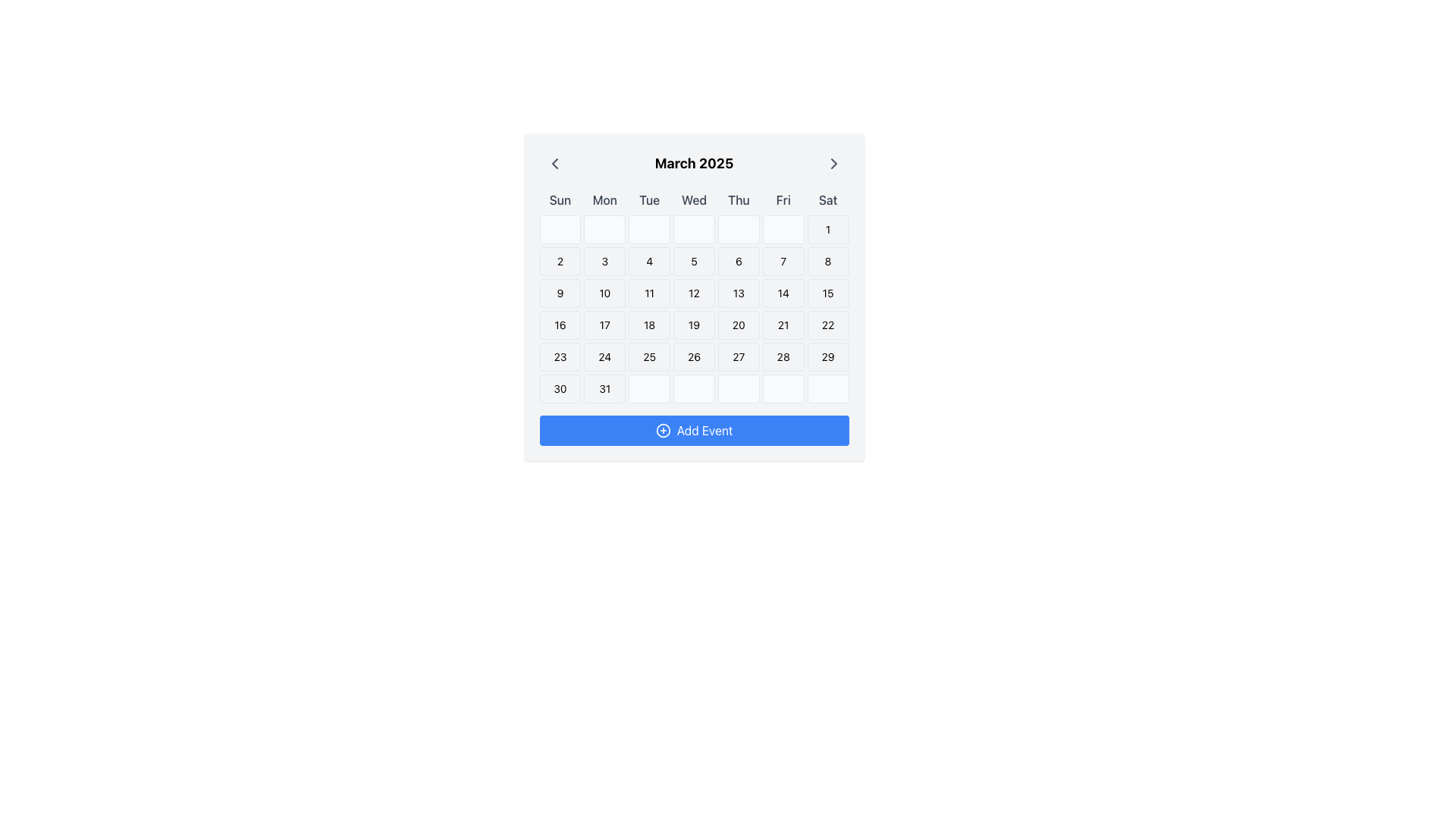 The width and height of the screenshot is (1456, 819). What do you see at coordinates (827, 230) in the screenshot?
I see `the button containing the number '1' in the calendar grid layout under the 'Sat' column, which is a small light-gray rectangular box with rounded edges` at bounding box center [827, 230].